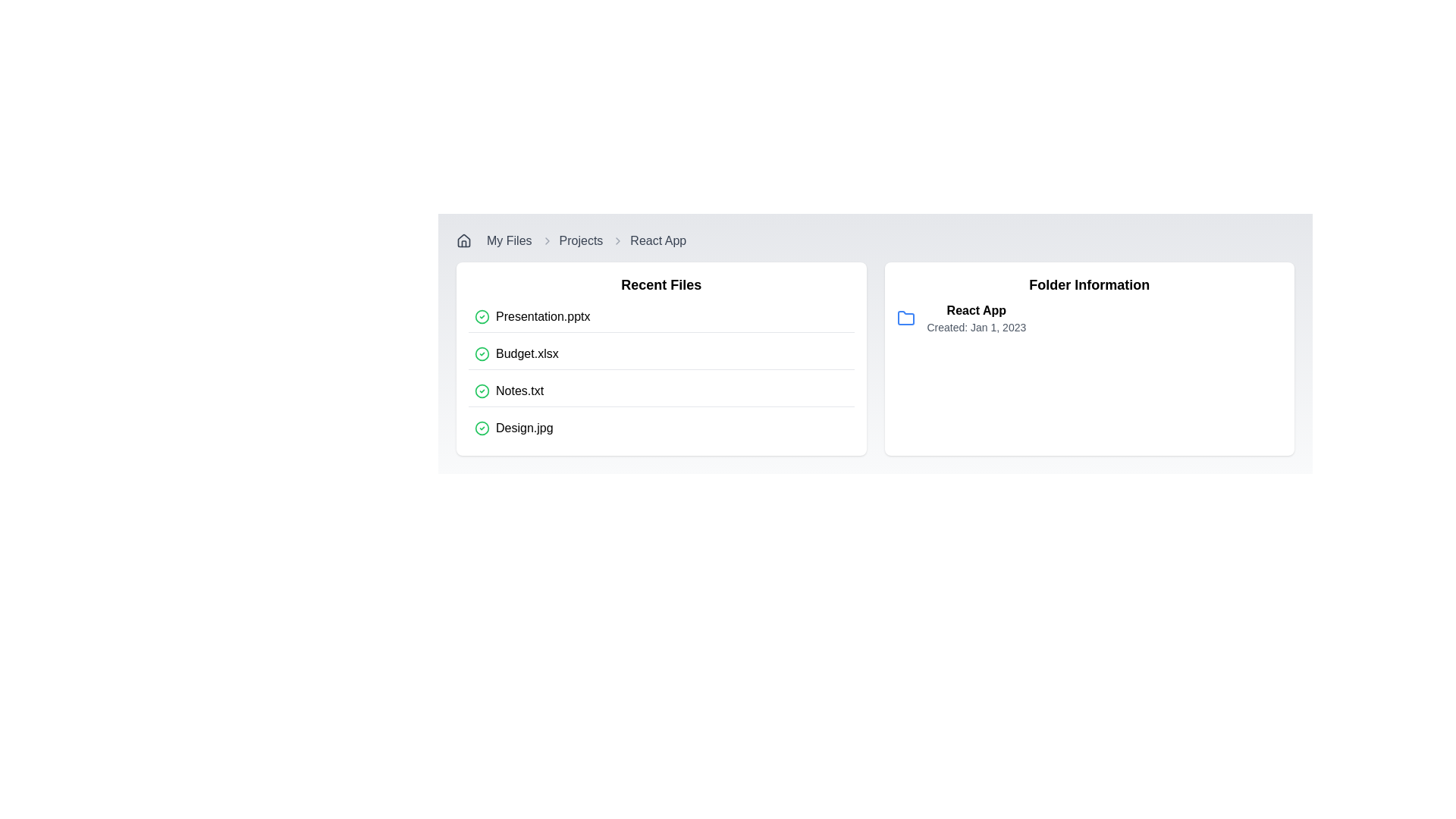 This screenshot has width=1456, height=819. Describe the element at coordinates (481, 353) in the screenshot. I see `the circular outline of the green circle-check icon located in the second row of the 'Recent Files' section, next to 'Budget.xlsx.'` at that location.